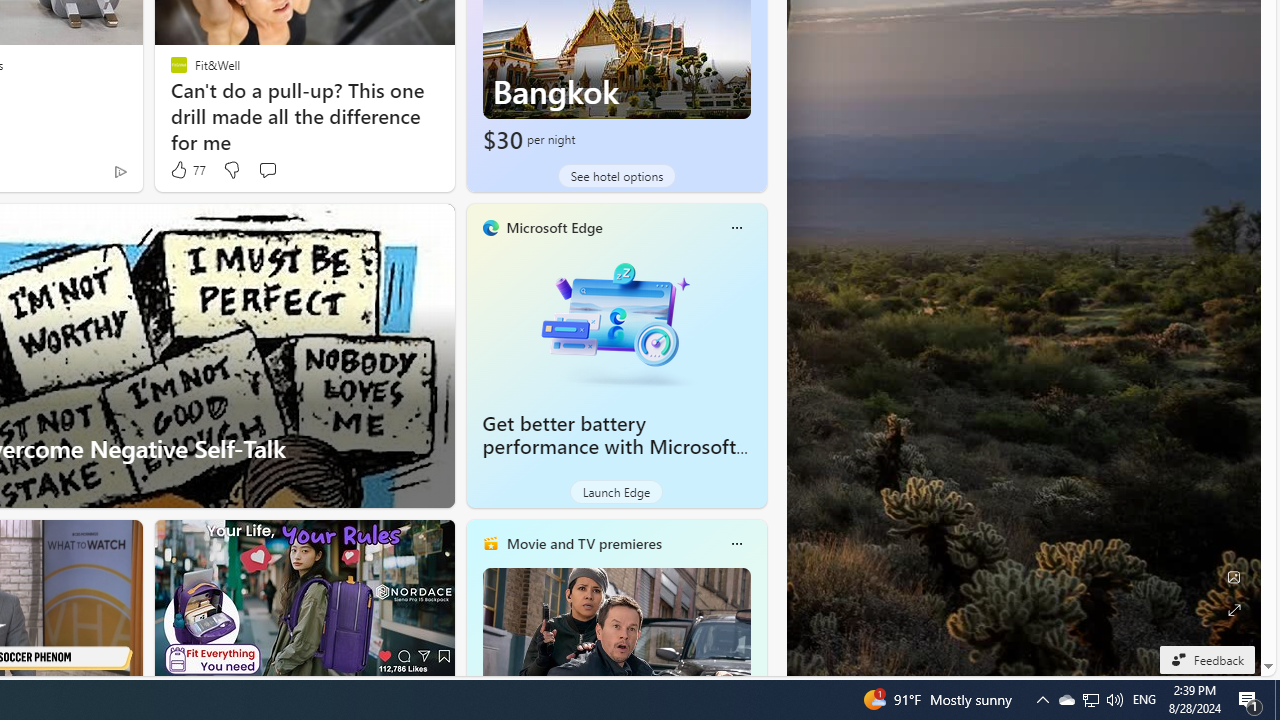 The image size is (1280, 720). Describe the element at coordinates (582, 543) in the screenshot. I see `'Movie and TV premieres'` at that location.